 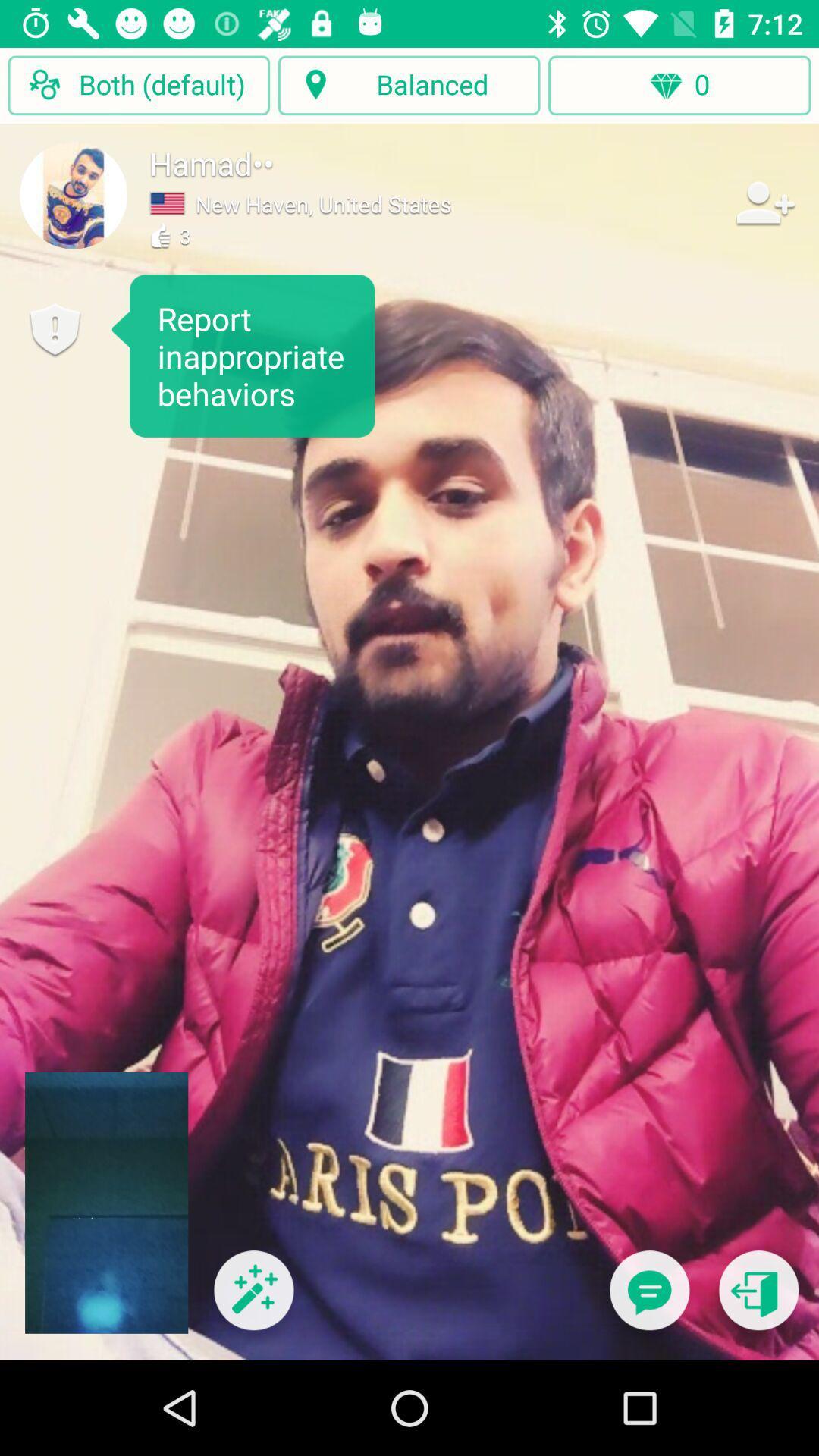 What do you see at coordinates (253, 1299) in the screenshot?
I see `the icon below report inappropriate behaviors` at bounding box center [253, 1299].